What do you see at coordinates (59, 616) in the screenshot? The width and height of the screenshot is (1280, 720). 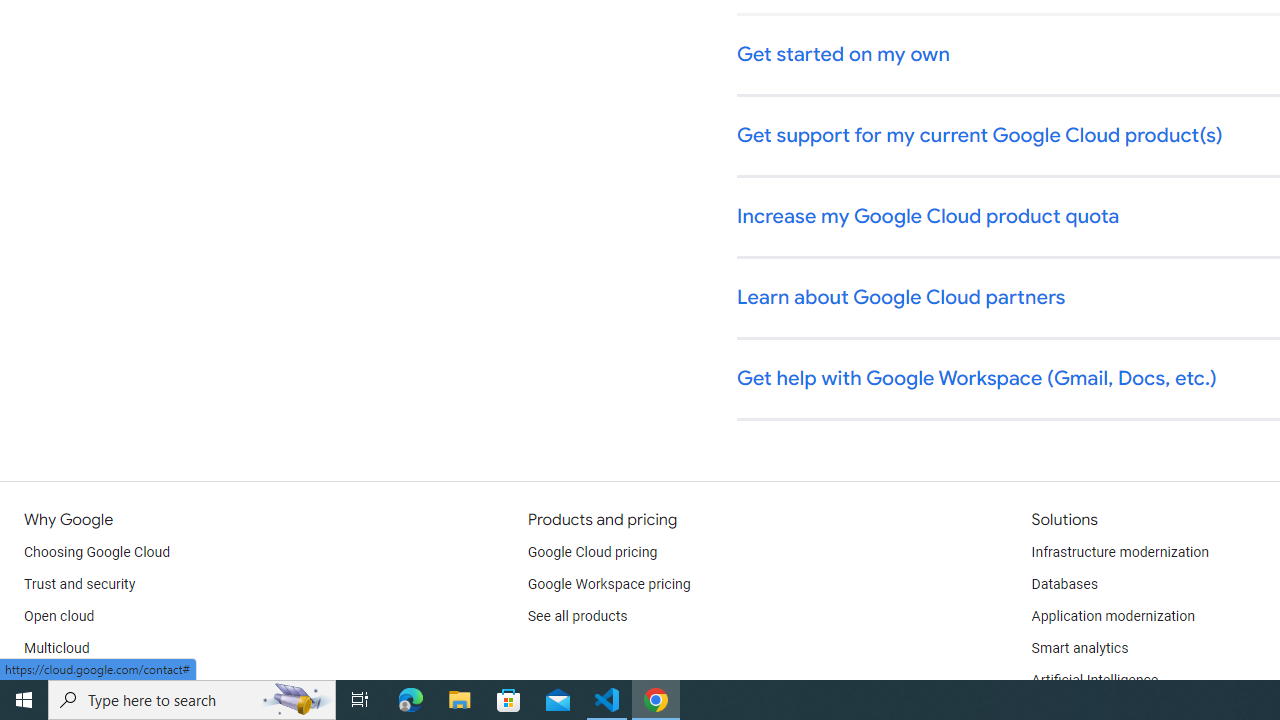 I see `'Open cloud'` at bounding box center [59, 616].